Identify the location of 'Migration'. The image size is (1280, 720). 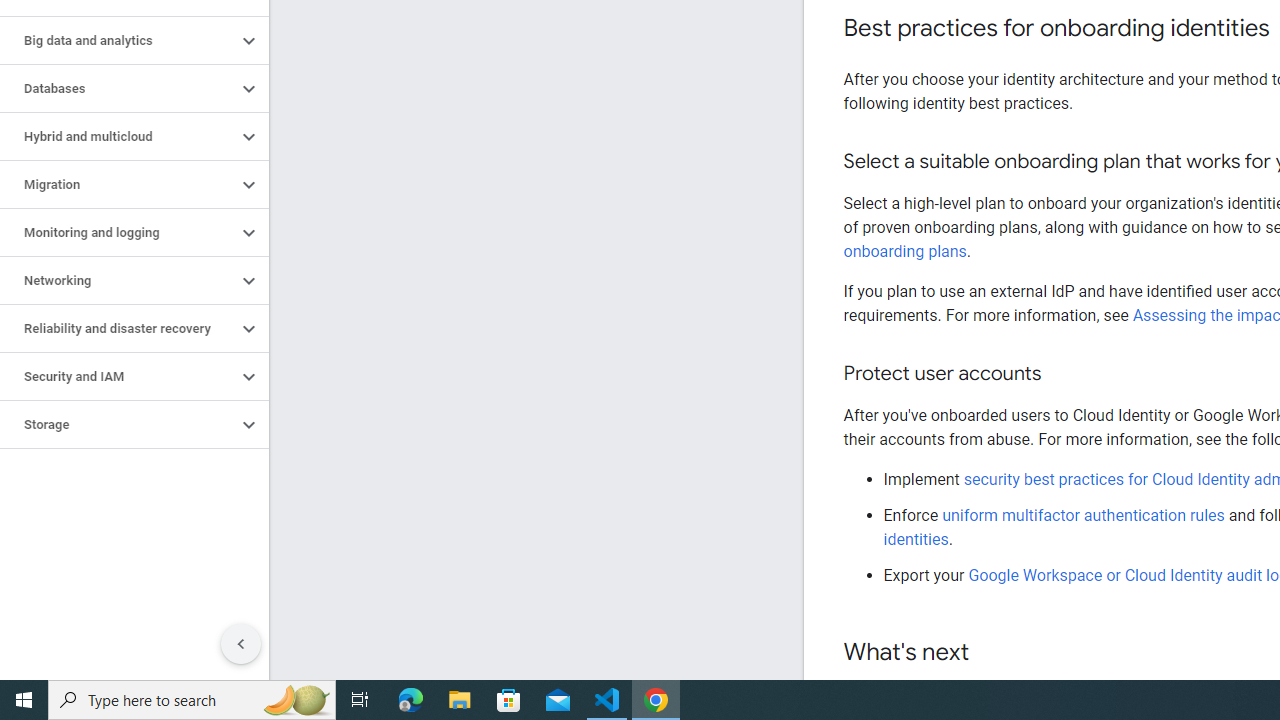
(117, 185).